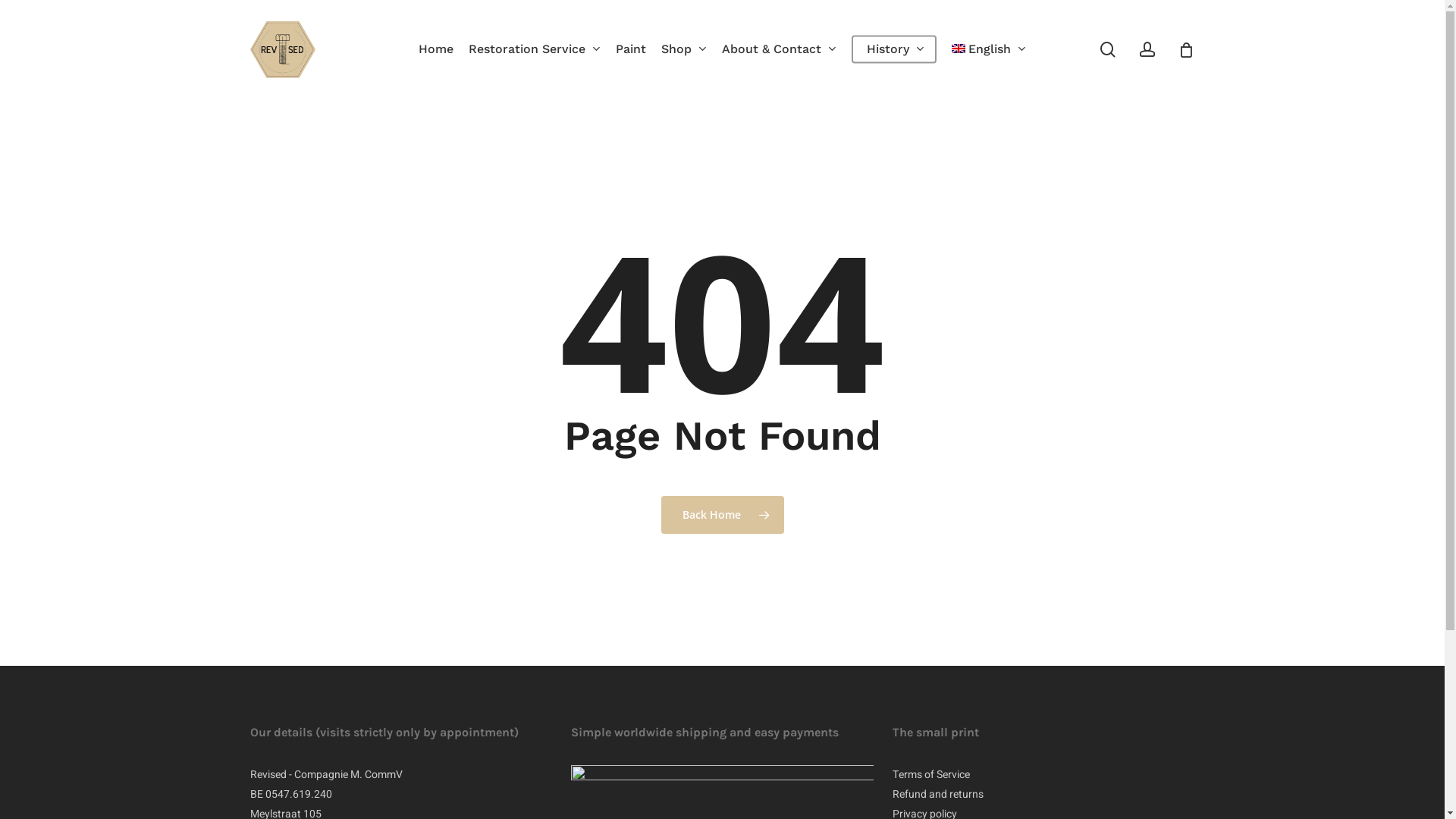  What do you see at coordinates (1147, 49) in the screenshot?
I see `'account'` at bounding box center [1147, 49].